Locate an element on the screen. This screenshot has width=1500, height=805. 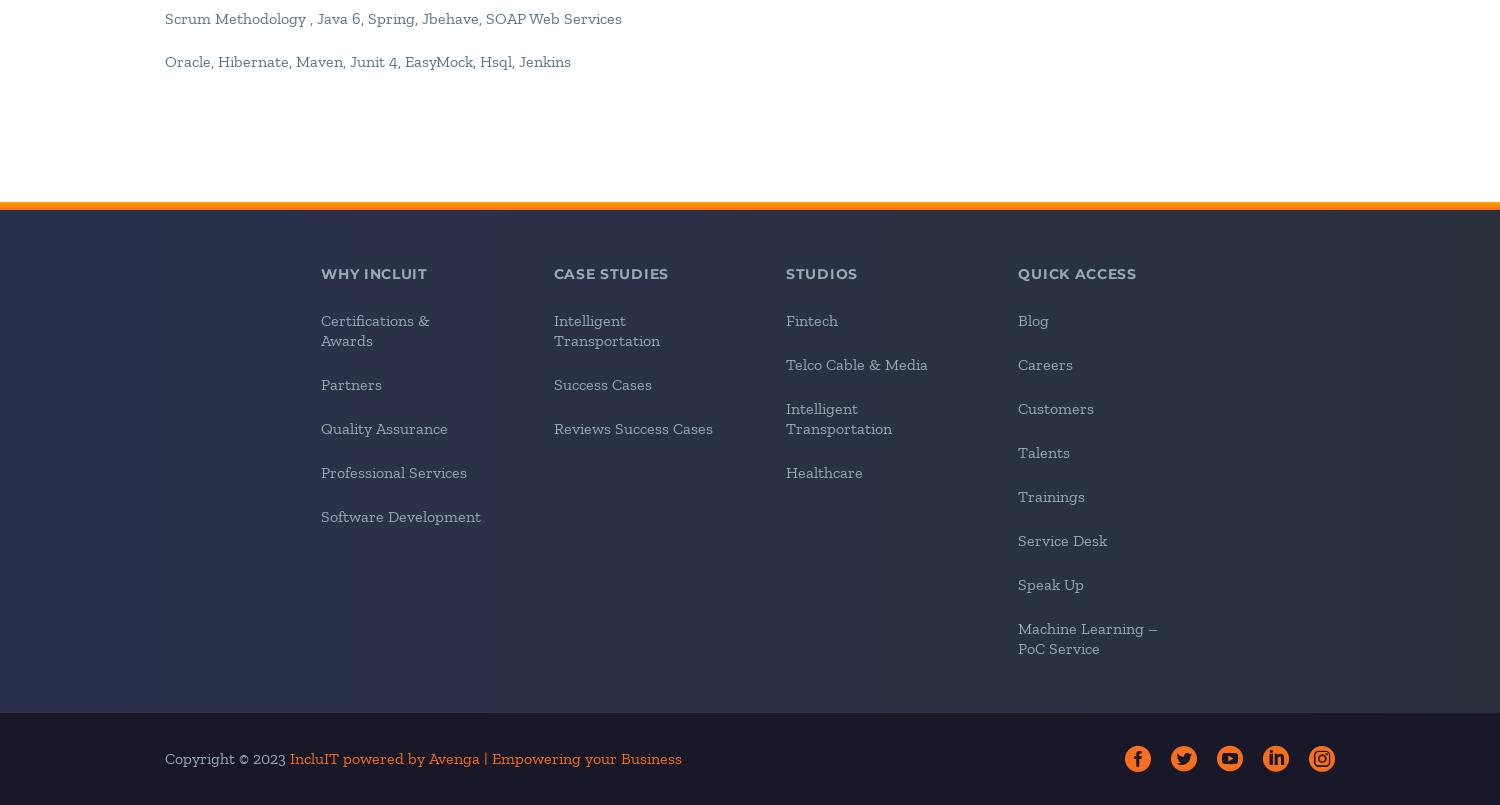
'Trainings' is located at coordinates (1051, 495).